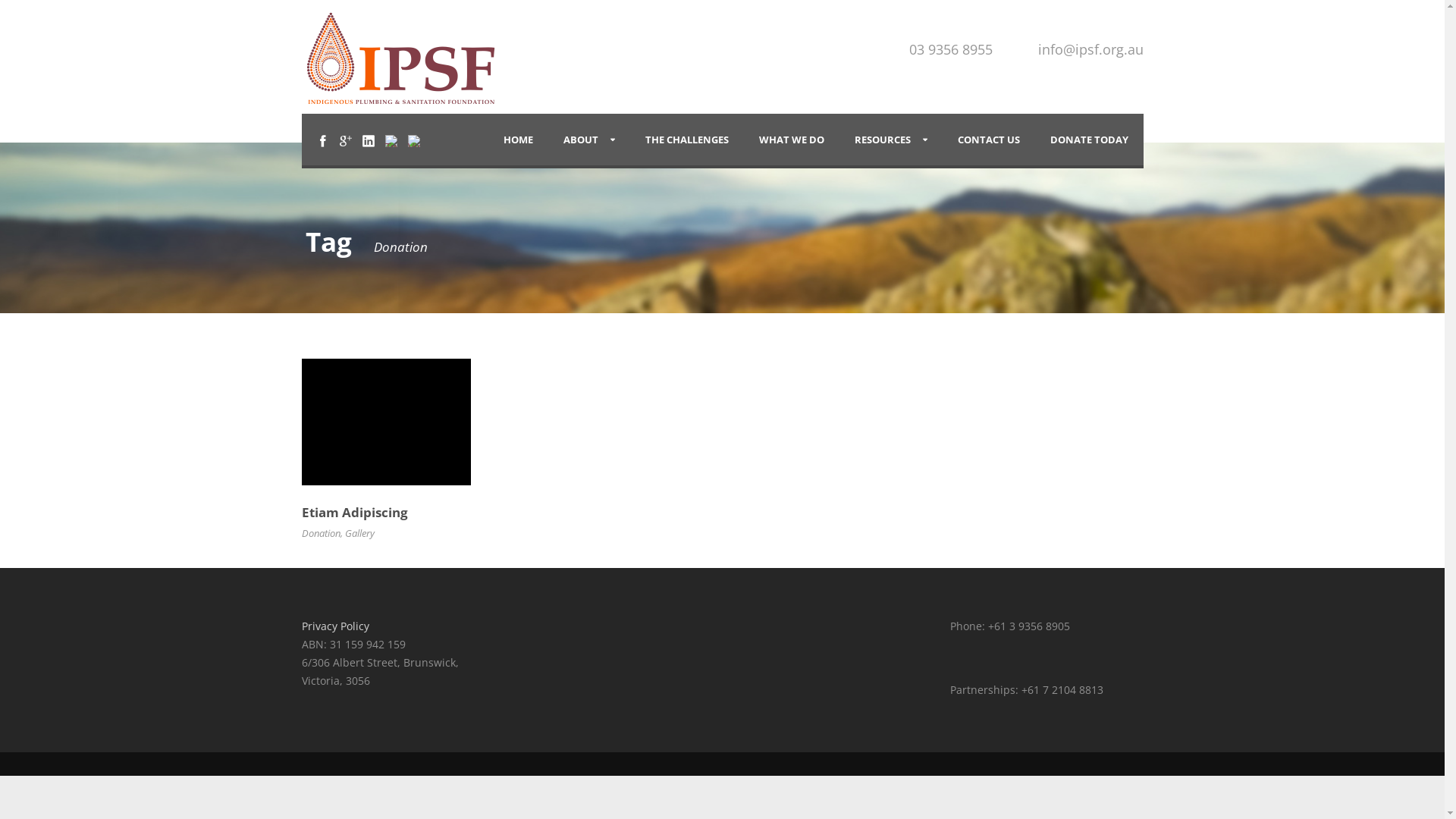  What do you see at coordinates (354, 512) in the screenshot?
I see `'Etiam Adipiscing'` at bounding box center [354, 512].